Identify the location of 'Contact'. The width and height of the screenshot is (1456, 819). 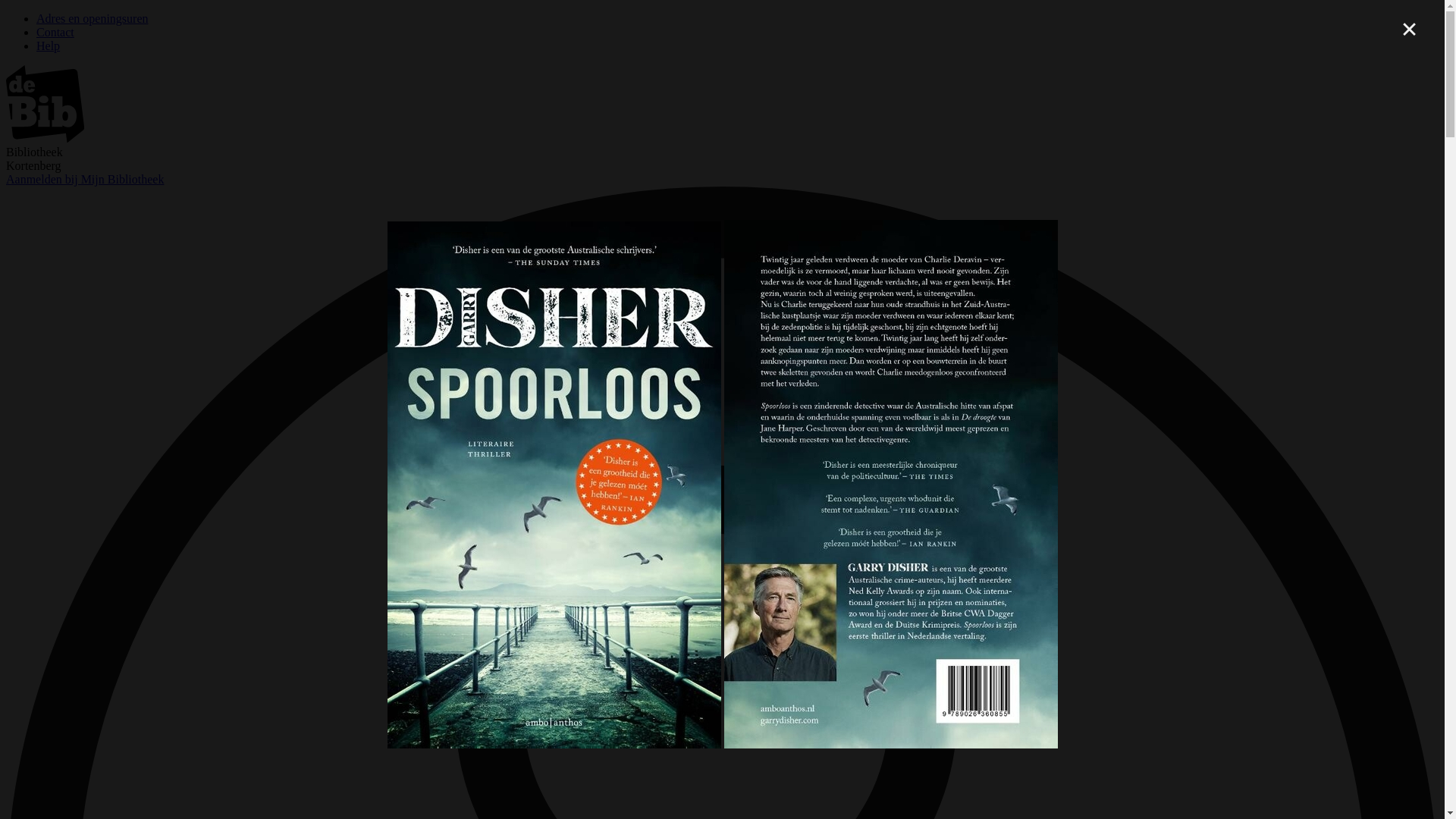
(55, 32).